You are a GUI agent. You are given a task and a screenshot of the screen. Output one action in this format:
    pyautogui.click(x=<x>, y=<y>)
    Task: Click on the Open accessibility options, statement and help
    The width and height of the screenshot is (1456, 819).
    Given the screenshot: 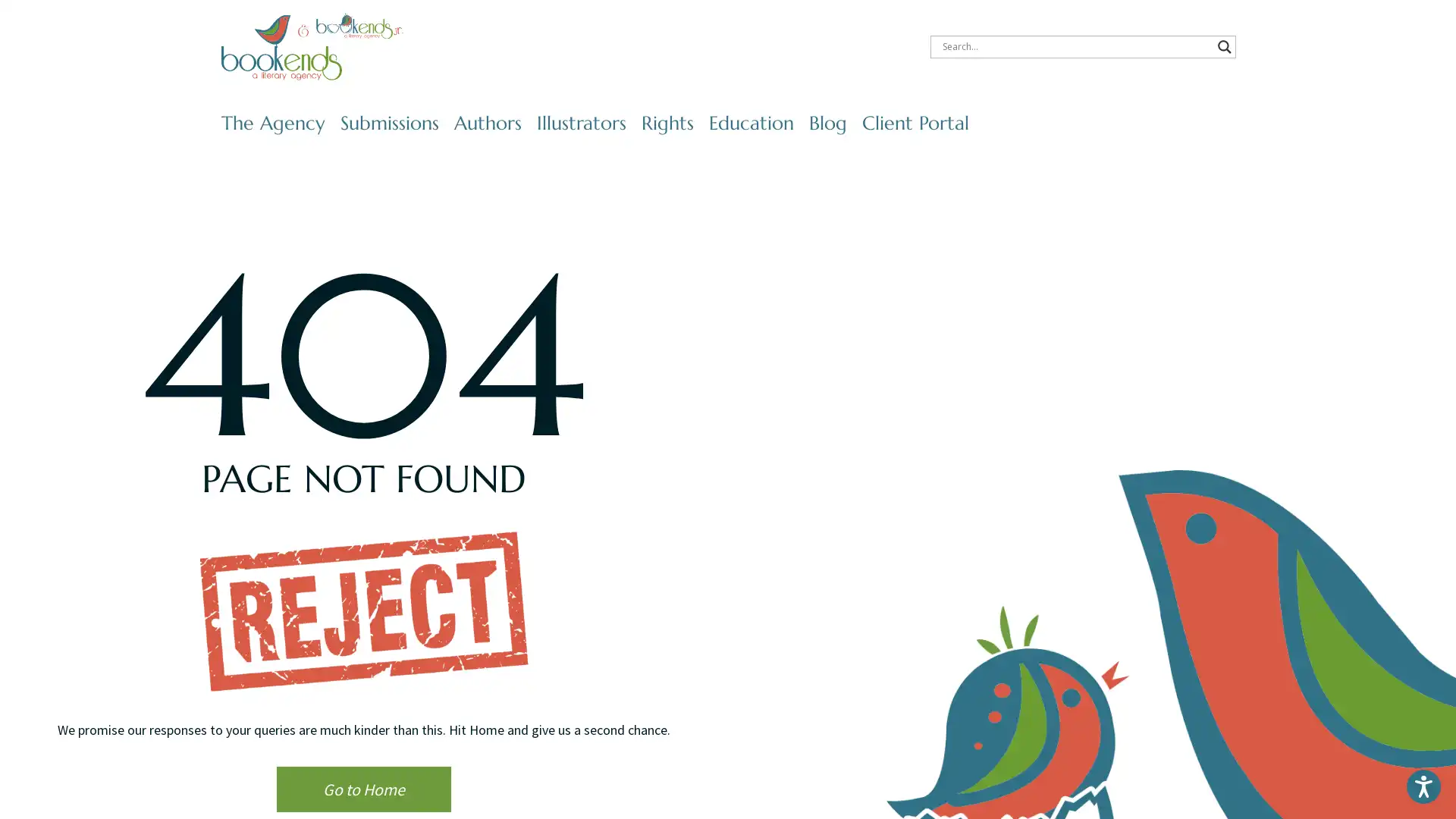 What is the action you would take?
    pyautogui.click(x=1423, y=786)
    